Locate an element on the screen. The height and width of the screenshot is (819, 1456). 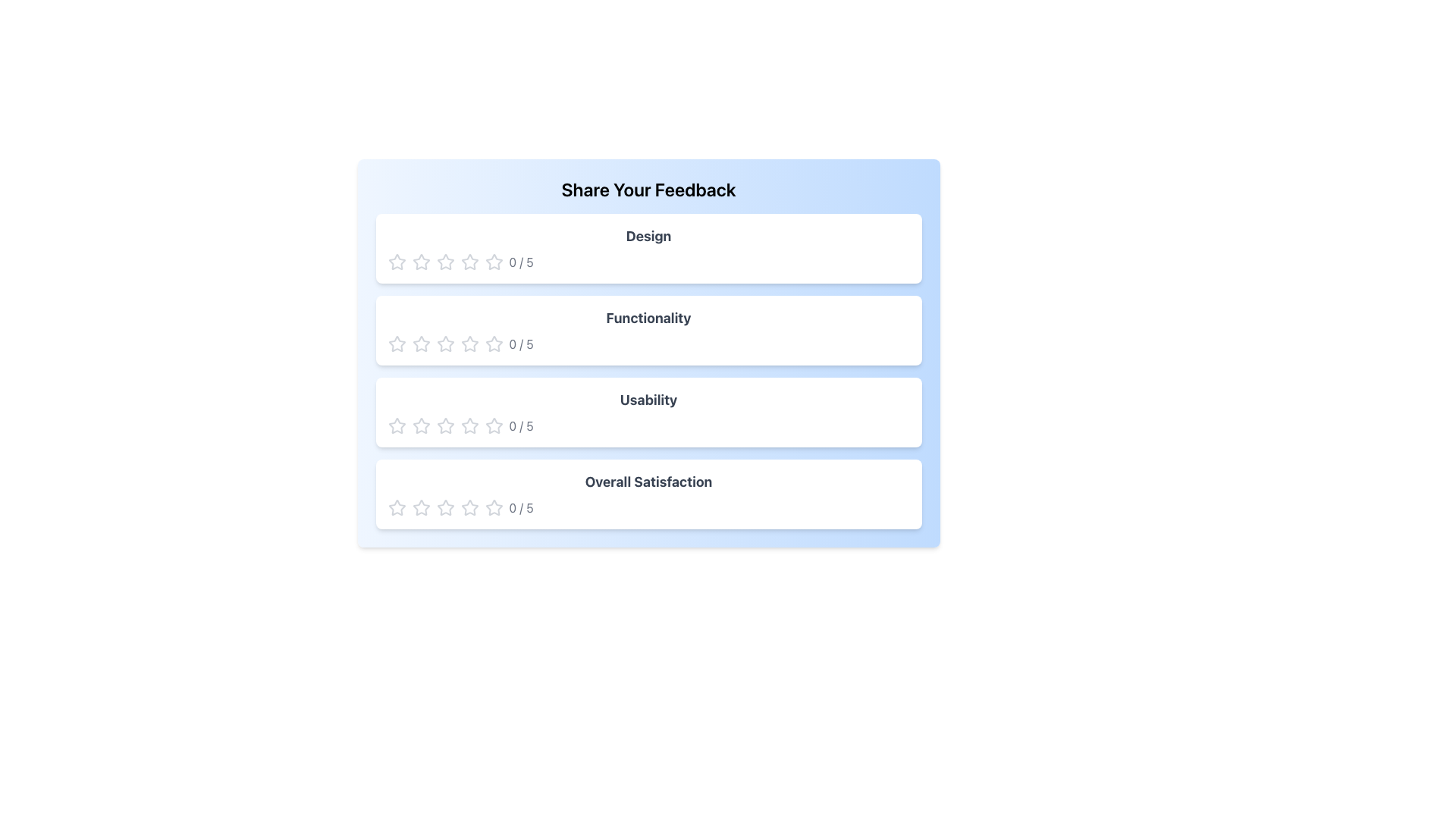
the first star-shaped rating icon in the 'Usability' feedback section is located at coordinates (397, 426).